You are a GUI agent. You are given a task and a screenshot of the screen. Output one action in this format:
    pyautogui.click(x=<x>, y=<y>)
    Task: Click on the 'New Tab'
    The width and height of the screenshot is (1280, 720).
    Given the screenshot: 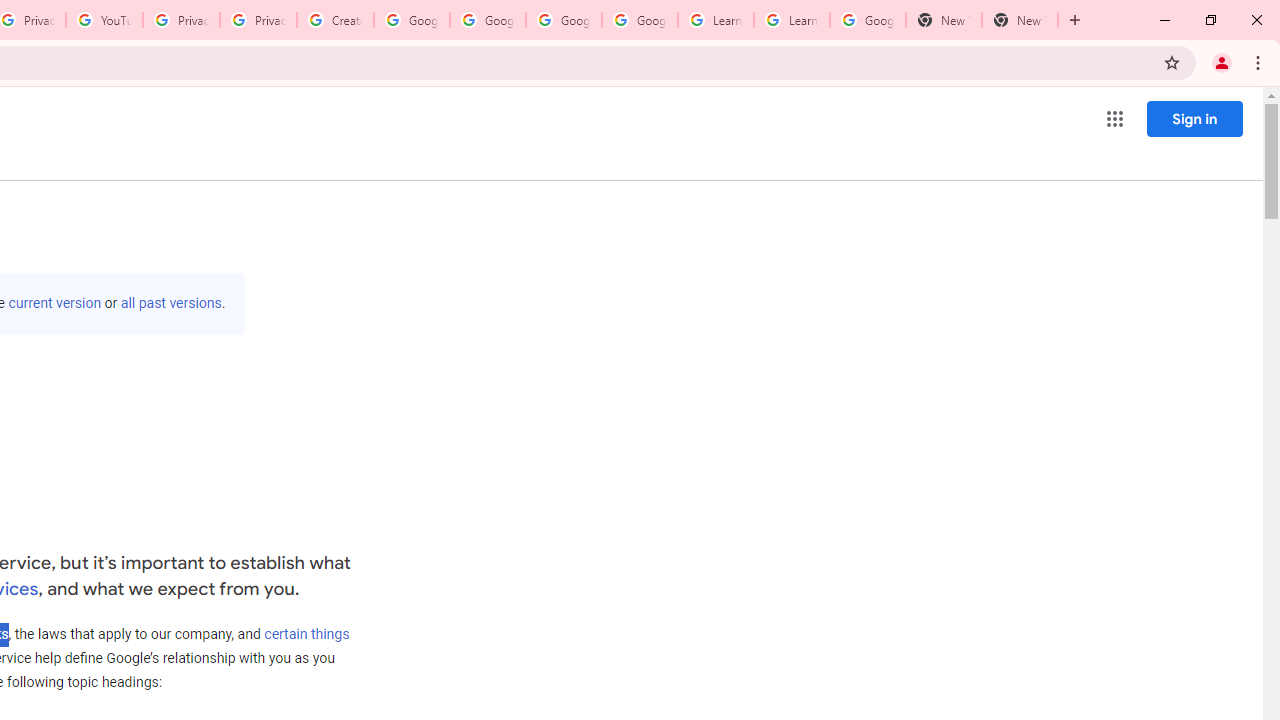 What is the action you would take?
    pyautogui.click(x=1020, y=20)
    